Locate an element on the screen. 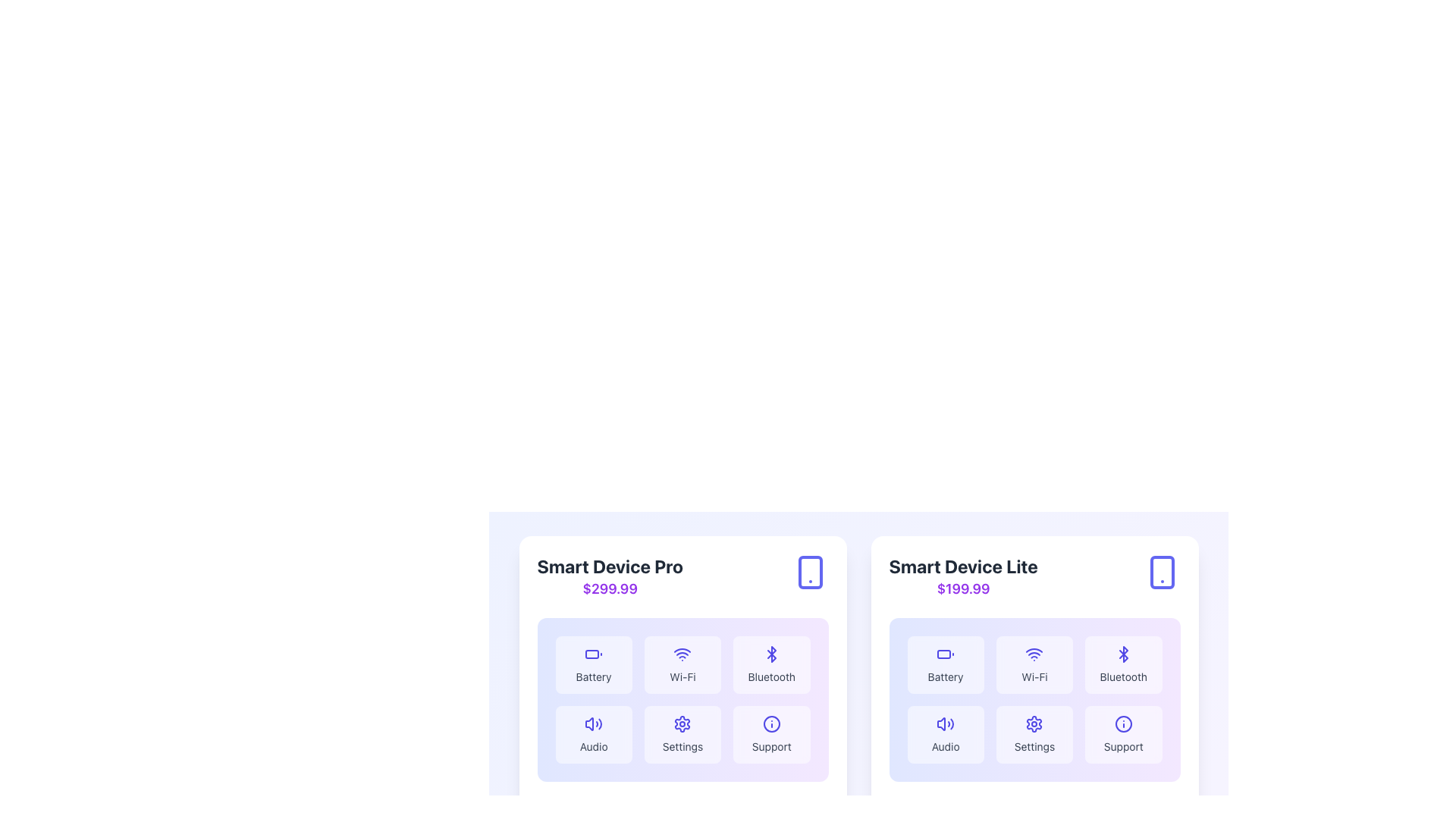 The height and width of the screenshot is (819, 1456). the 'Settings' button, which is a rectangular card with a rounded border, featuring a blue gear icon at the top center and the text label 'Settings' in gray below it, located in the second row, second column of the grid layout is located at coordinates (1034, 733).